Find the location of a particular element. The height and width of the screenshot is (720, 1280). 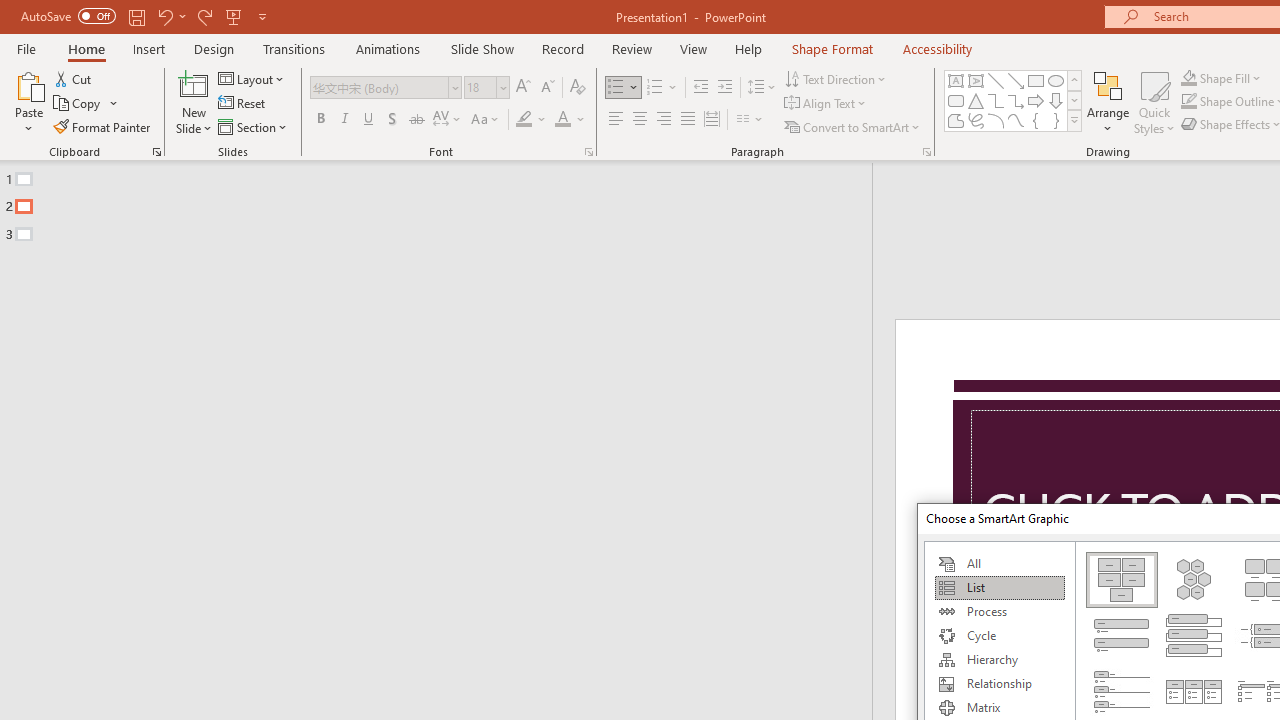

'Copy' is located at coordinates (78, 103).